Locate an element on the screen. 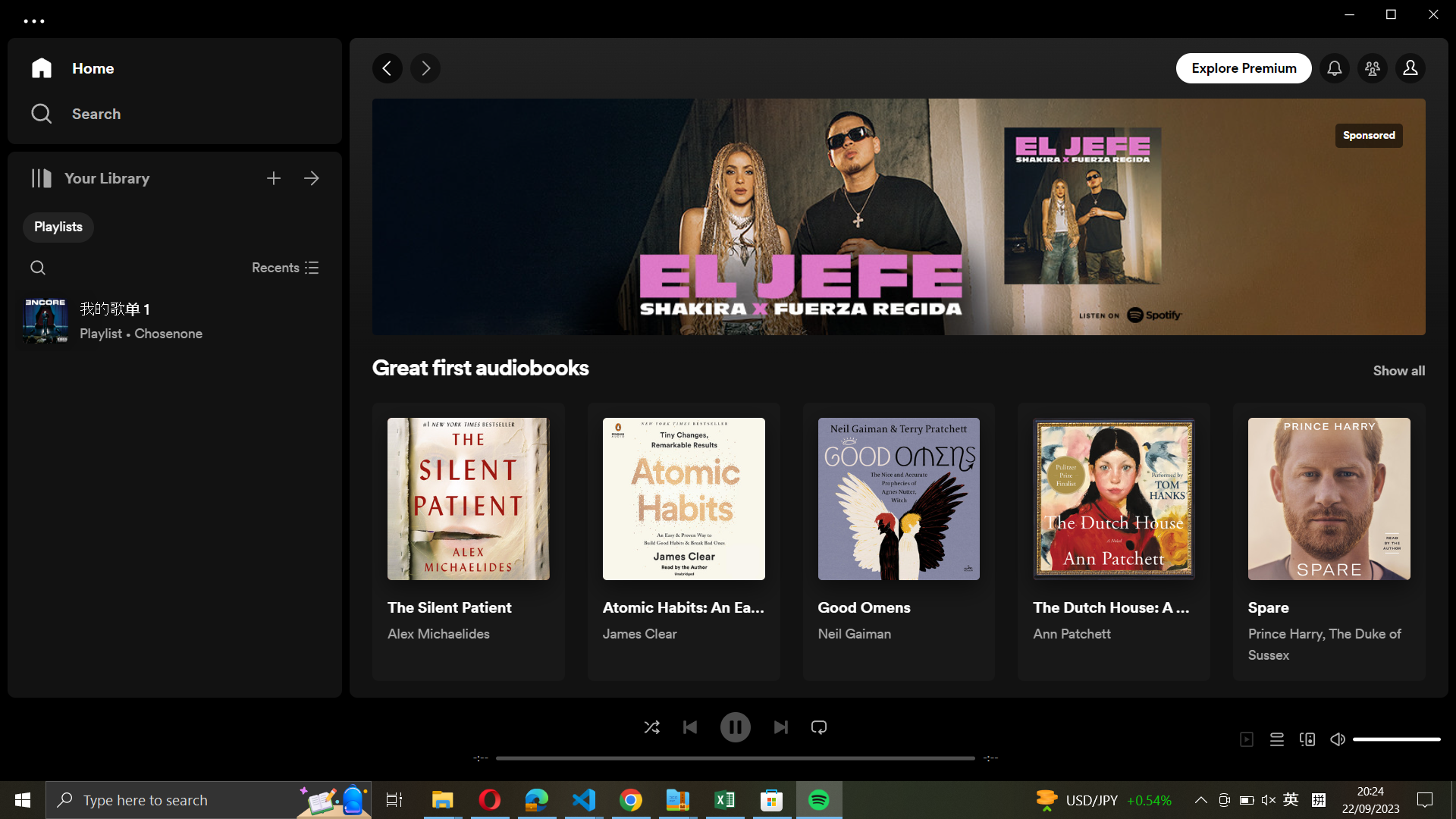 The image size is (1456, 819). Visit my own library is located at coordinates (312, 175).